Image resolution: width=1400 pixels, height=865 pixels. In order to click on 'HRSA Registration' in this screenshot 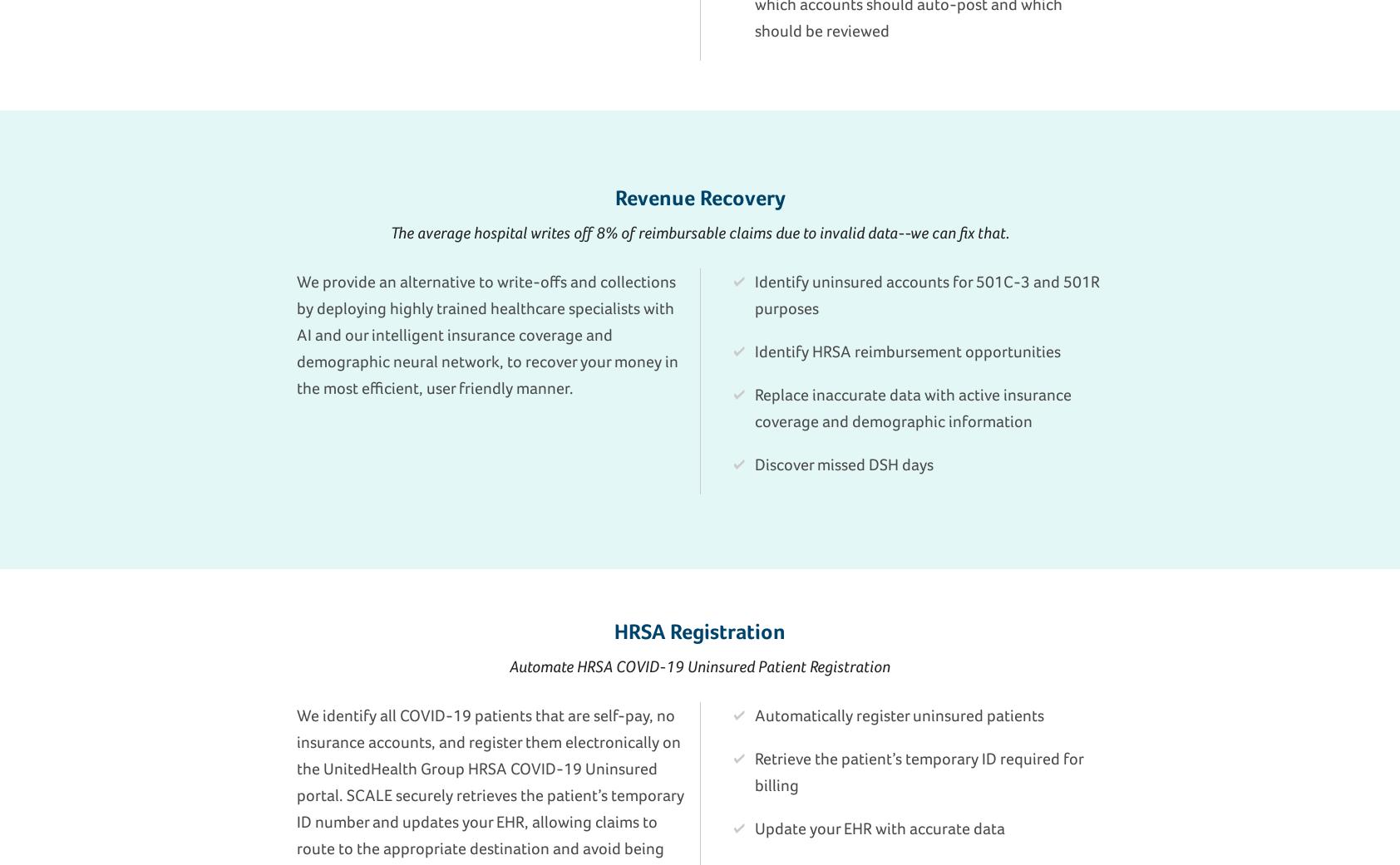, I will do `click(700, 630)`.